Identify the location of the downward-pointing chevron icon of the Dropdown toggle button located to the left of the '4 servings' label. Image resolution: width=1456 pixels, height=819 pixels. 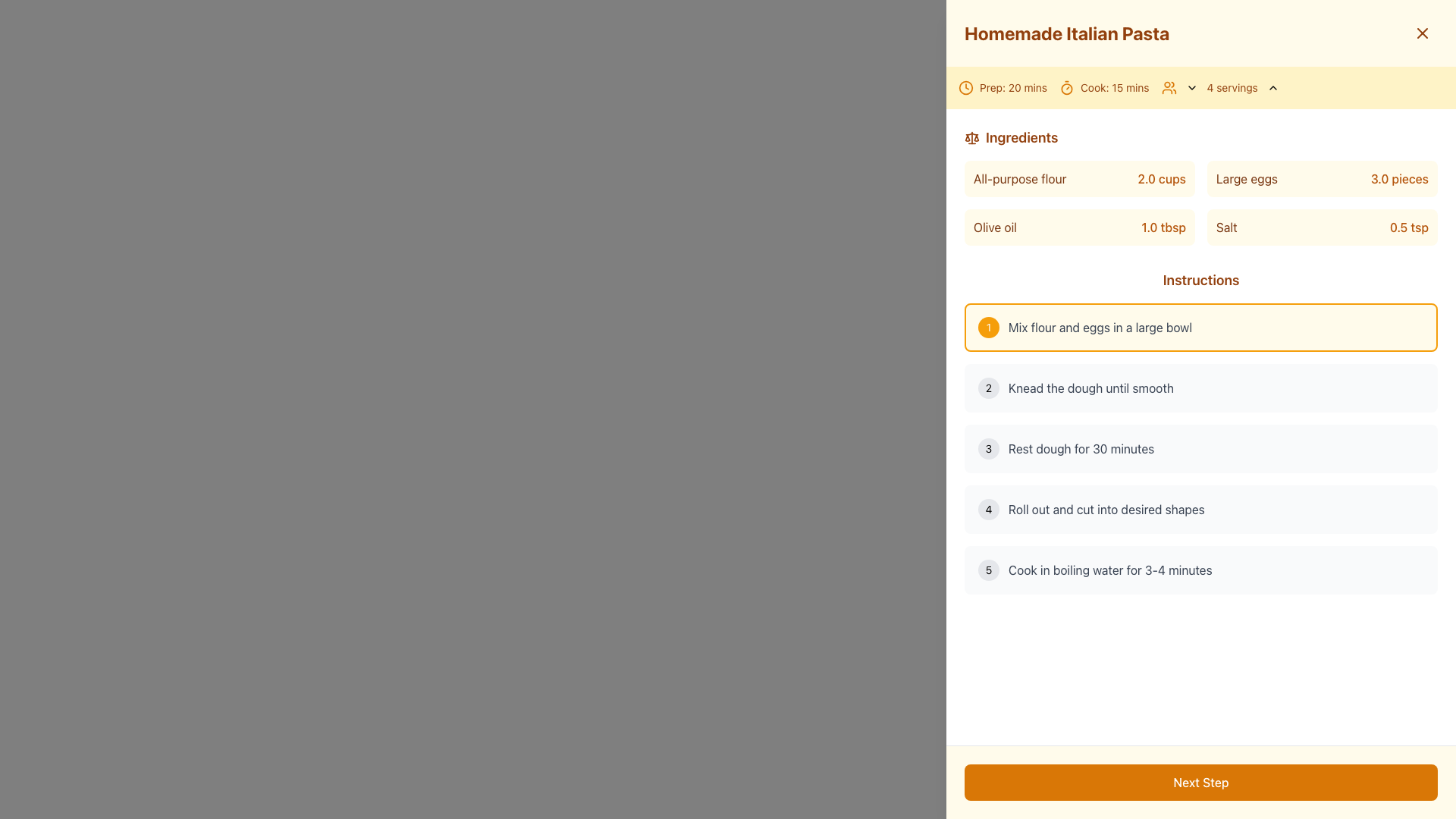
(1191, 87).